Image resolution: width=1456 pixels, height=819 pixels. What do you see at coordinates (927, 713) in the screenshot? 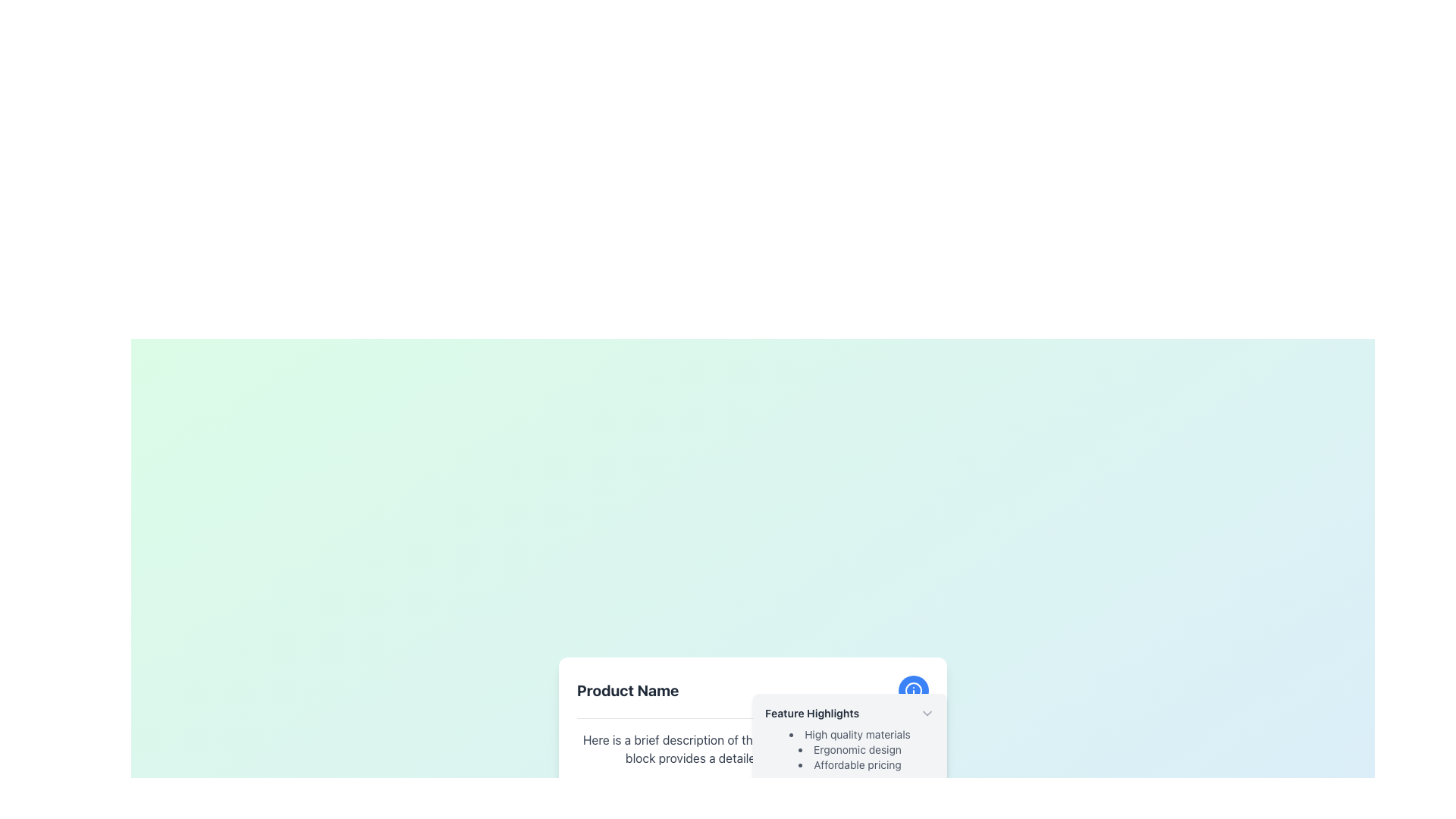
I see `the small, downward-oriented triangular icon` at bounding box center [927, 713].